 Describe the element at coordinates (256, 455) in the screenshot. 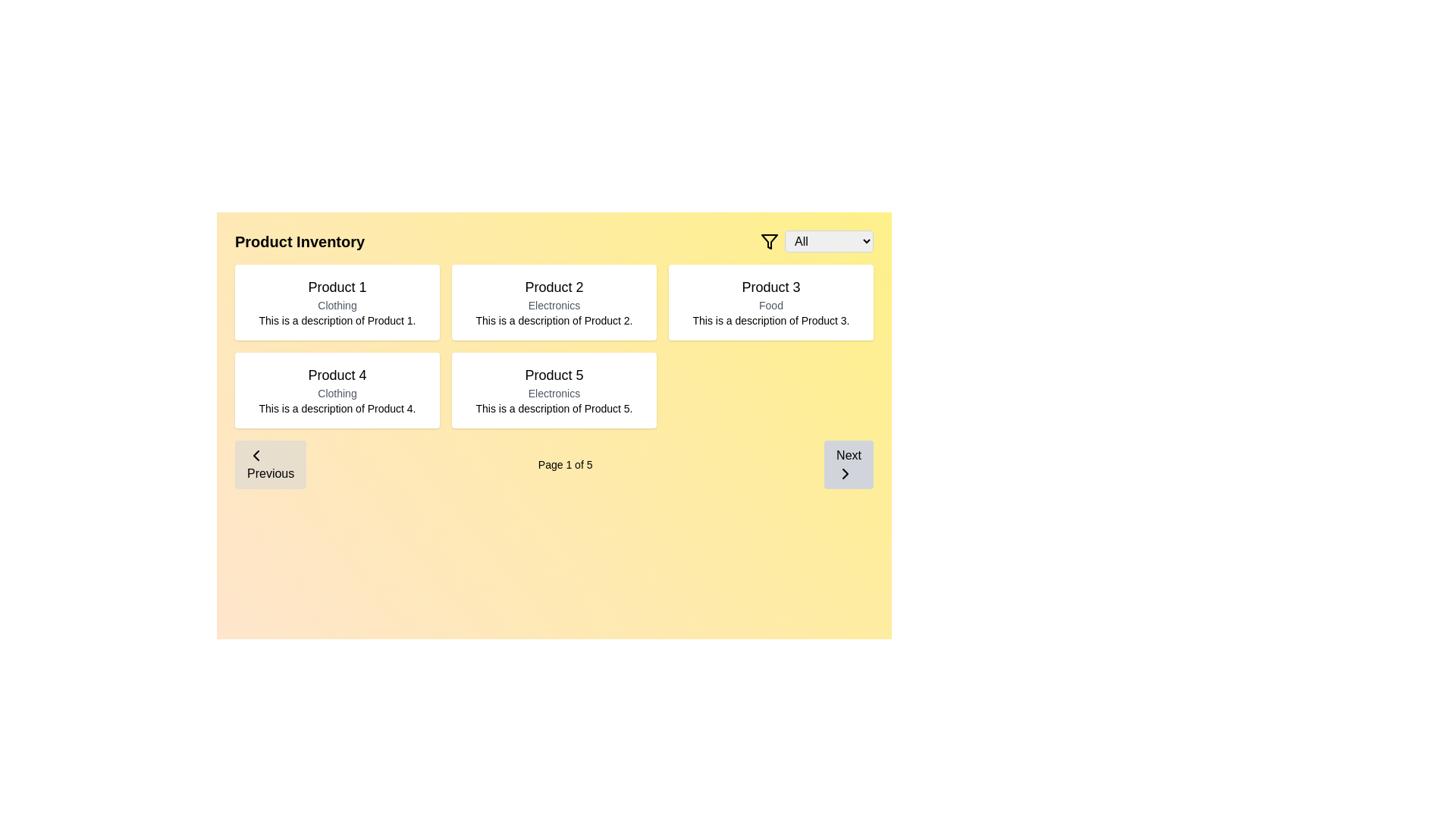

I see `the chevron-left SVG icon located within the 'Previous' button in the bottom-left section of the footer of the product inventory list` at that location.